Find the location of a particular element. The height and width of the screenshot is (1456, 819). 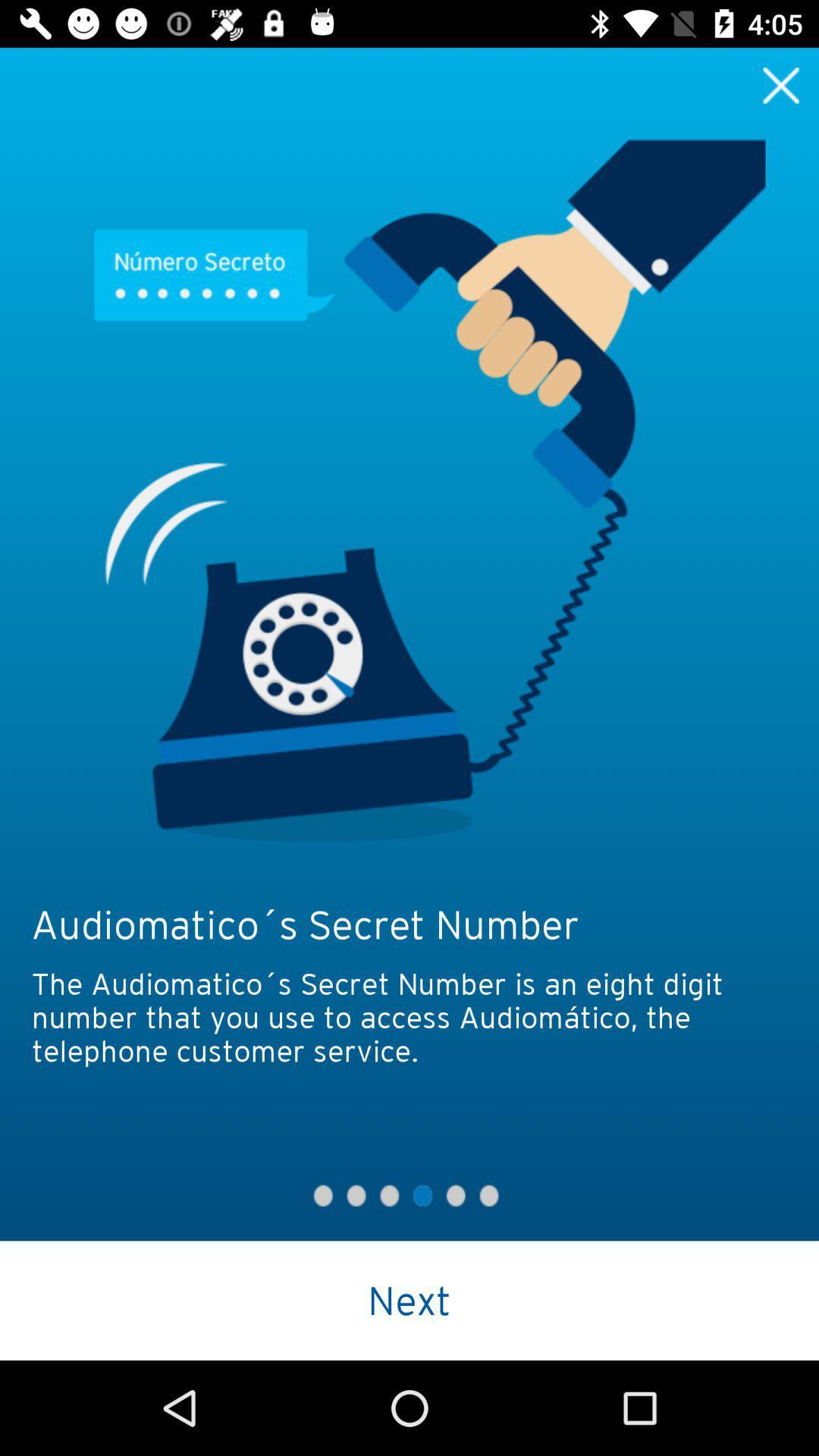

exit is located at coordinates (781, 84).